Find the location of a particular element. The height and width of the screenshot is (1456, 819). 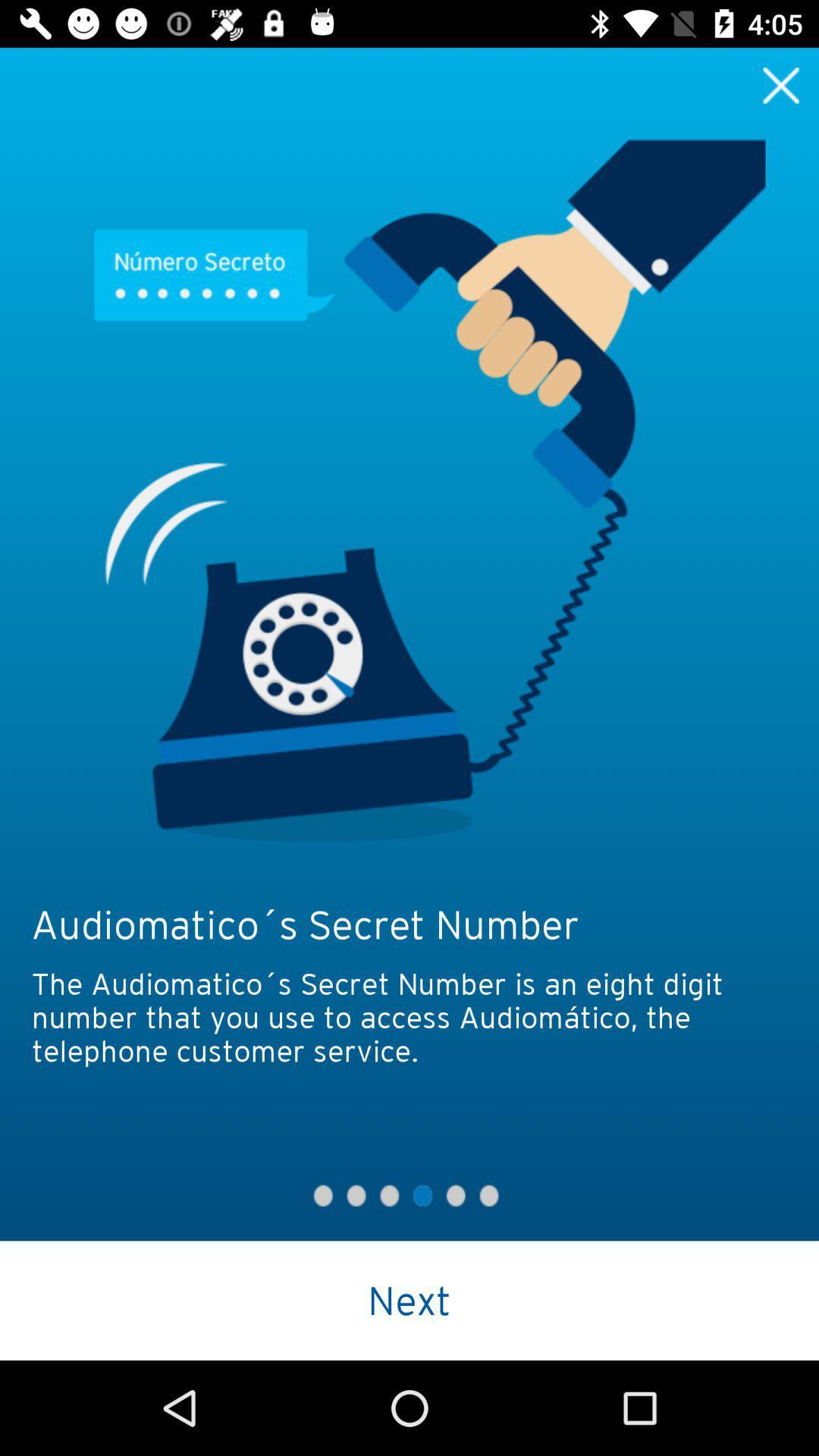

exit is located at coordinates (781, 84).